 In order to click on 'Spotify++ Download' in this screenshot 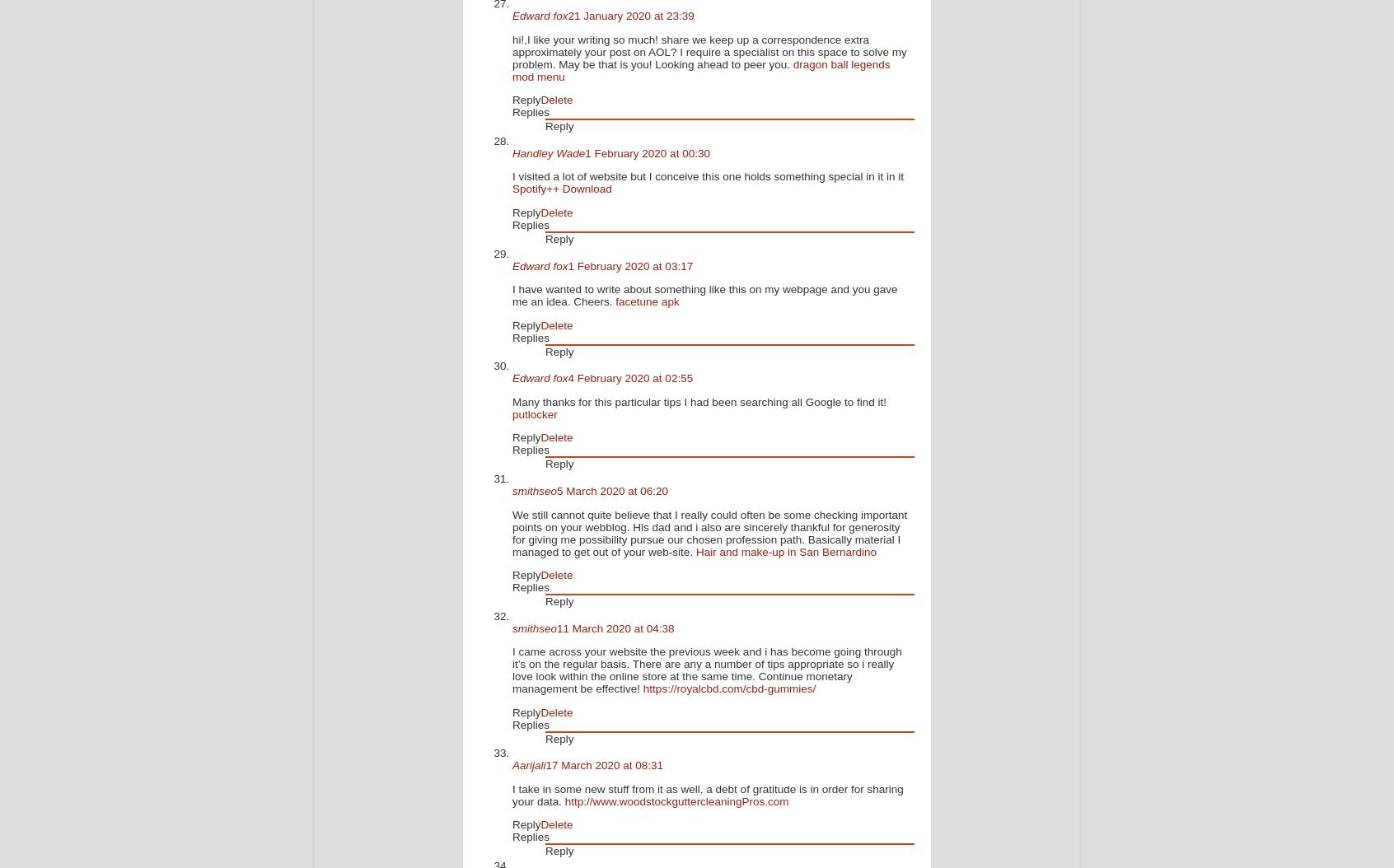, I will do `click(511, 189)`.